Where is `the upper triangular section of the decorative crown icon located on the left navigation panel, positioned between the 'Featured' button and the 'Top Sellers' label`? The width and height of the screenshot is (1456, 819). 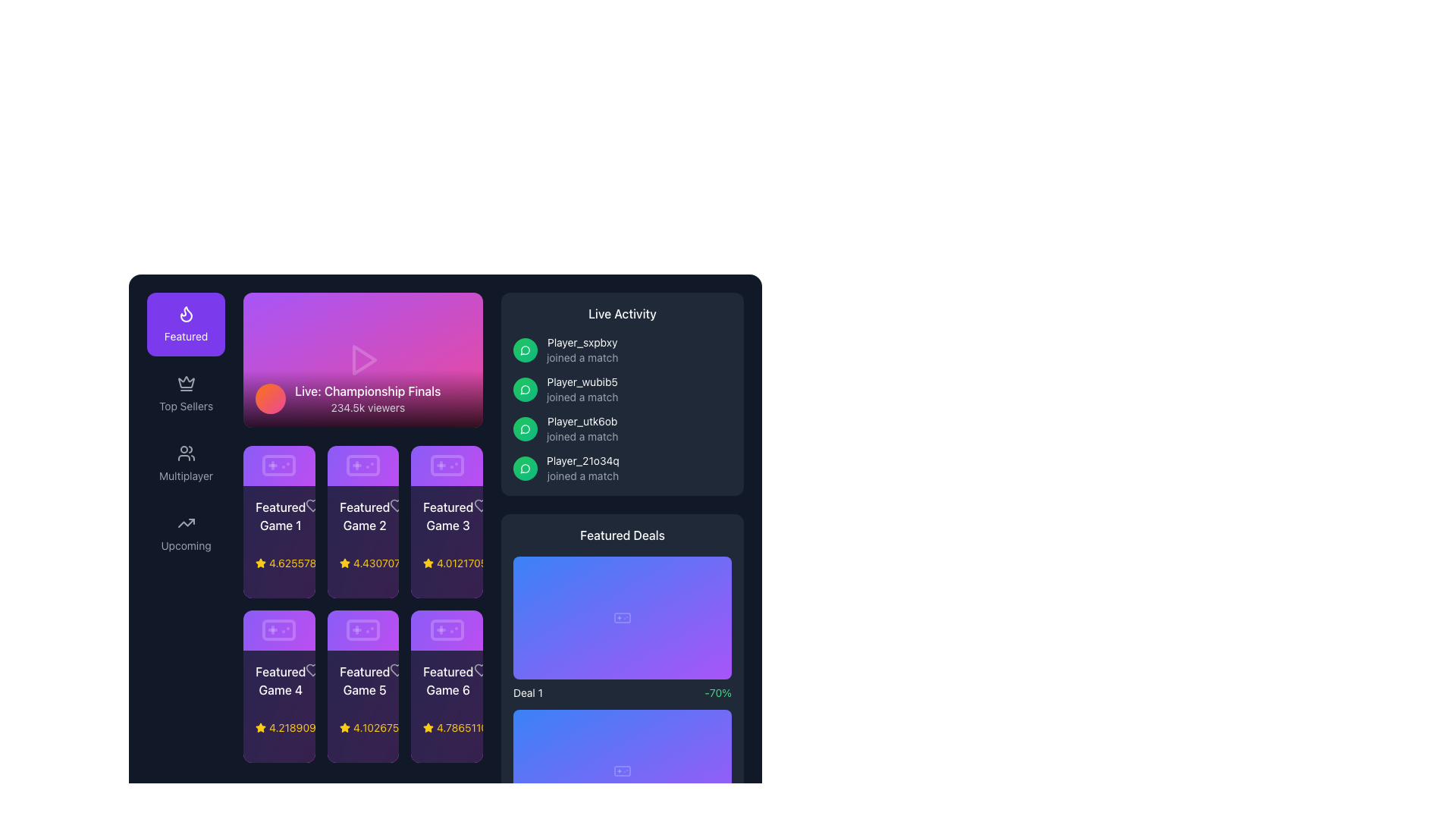
the upper triangular section of the decorative crown icon located on the left navigation panel, positioned between the 'Featured' button and the 'Top Sellers' label is located at coordinates (185, 381).